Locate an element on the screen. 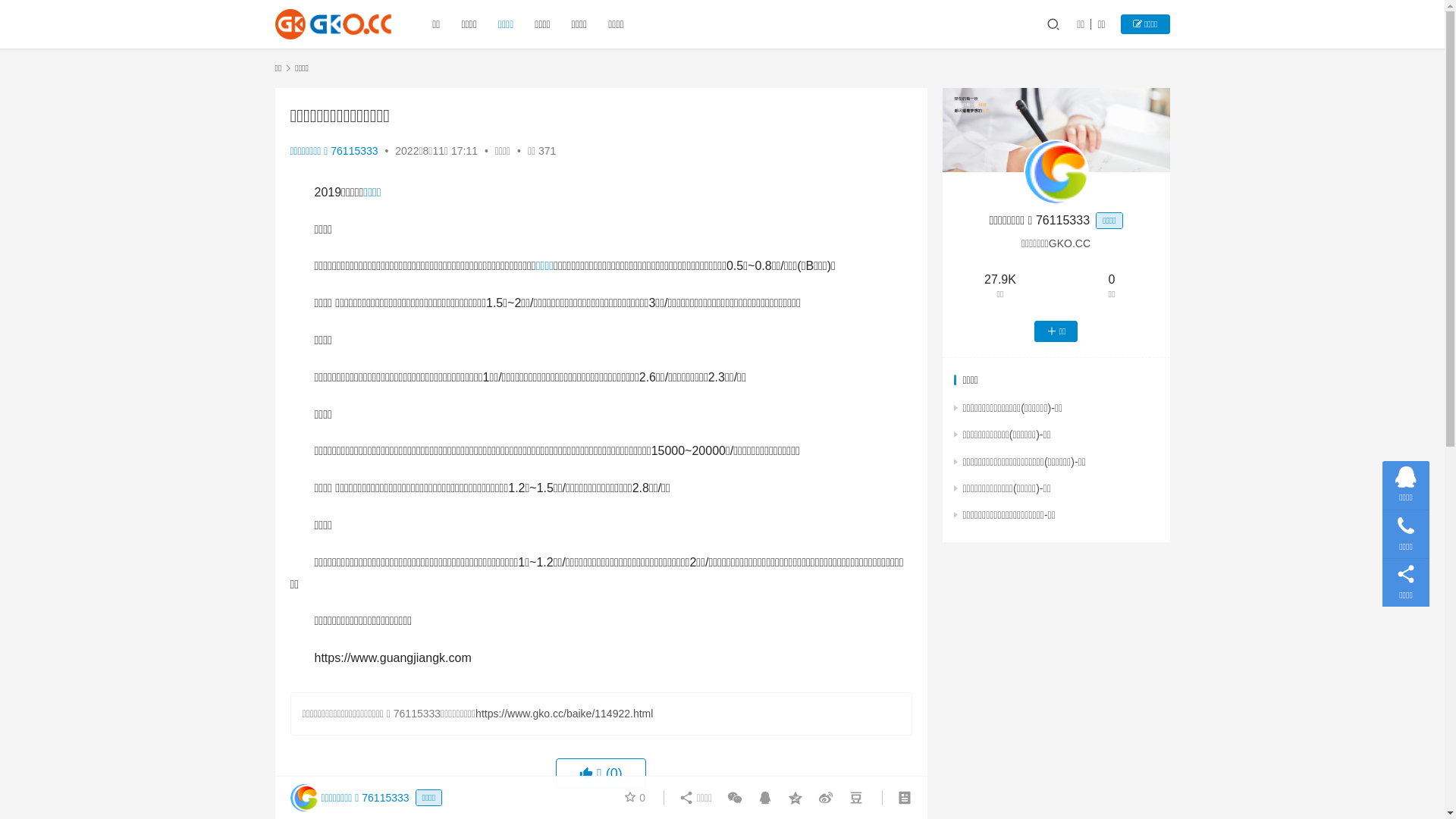  '0' is located at coordinates (634, 797).